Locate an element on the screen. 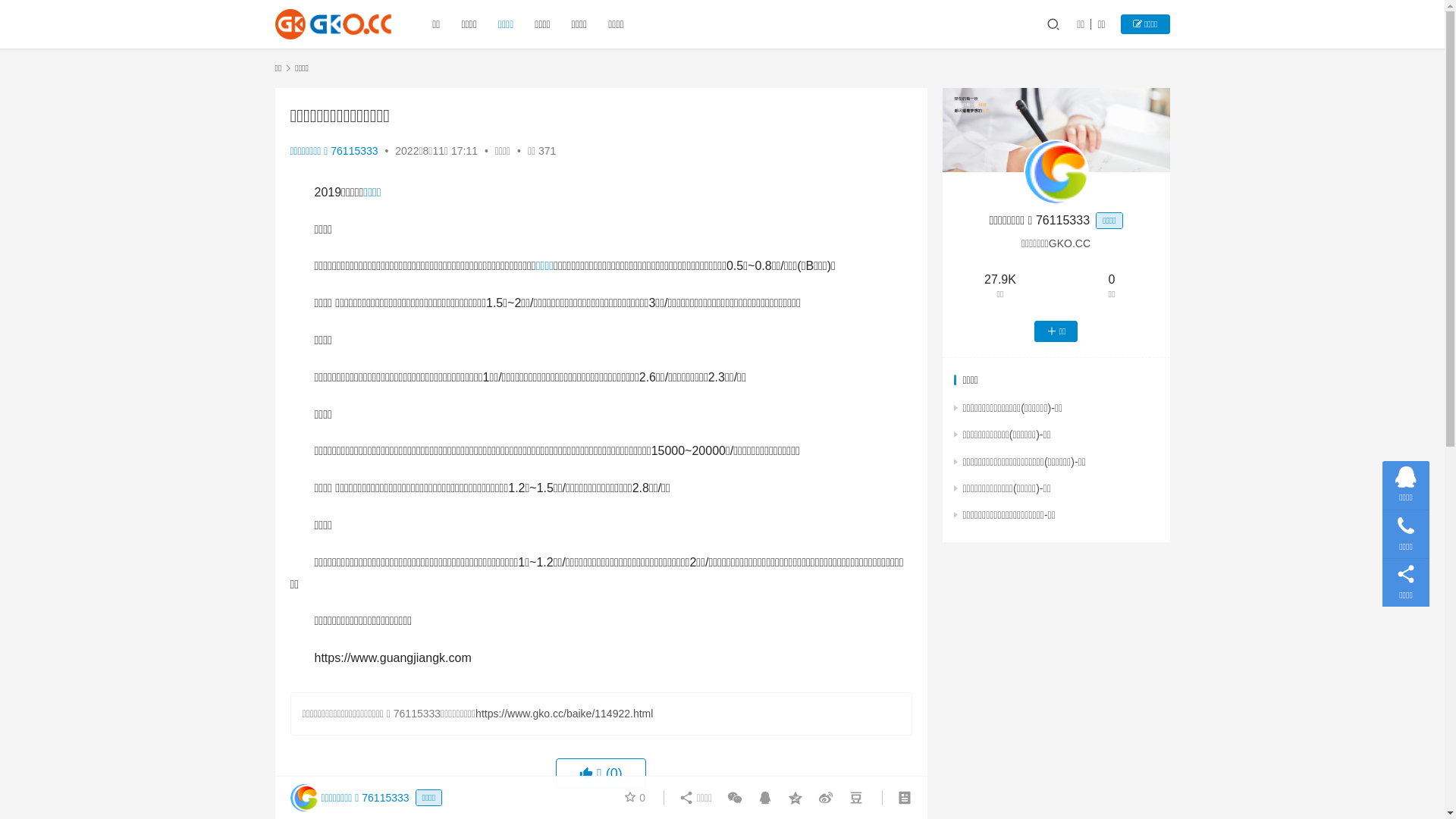  '0' is located at coordinates (634, 797).